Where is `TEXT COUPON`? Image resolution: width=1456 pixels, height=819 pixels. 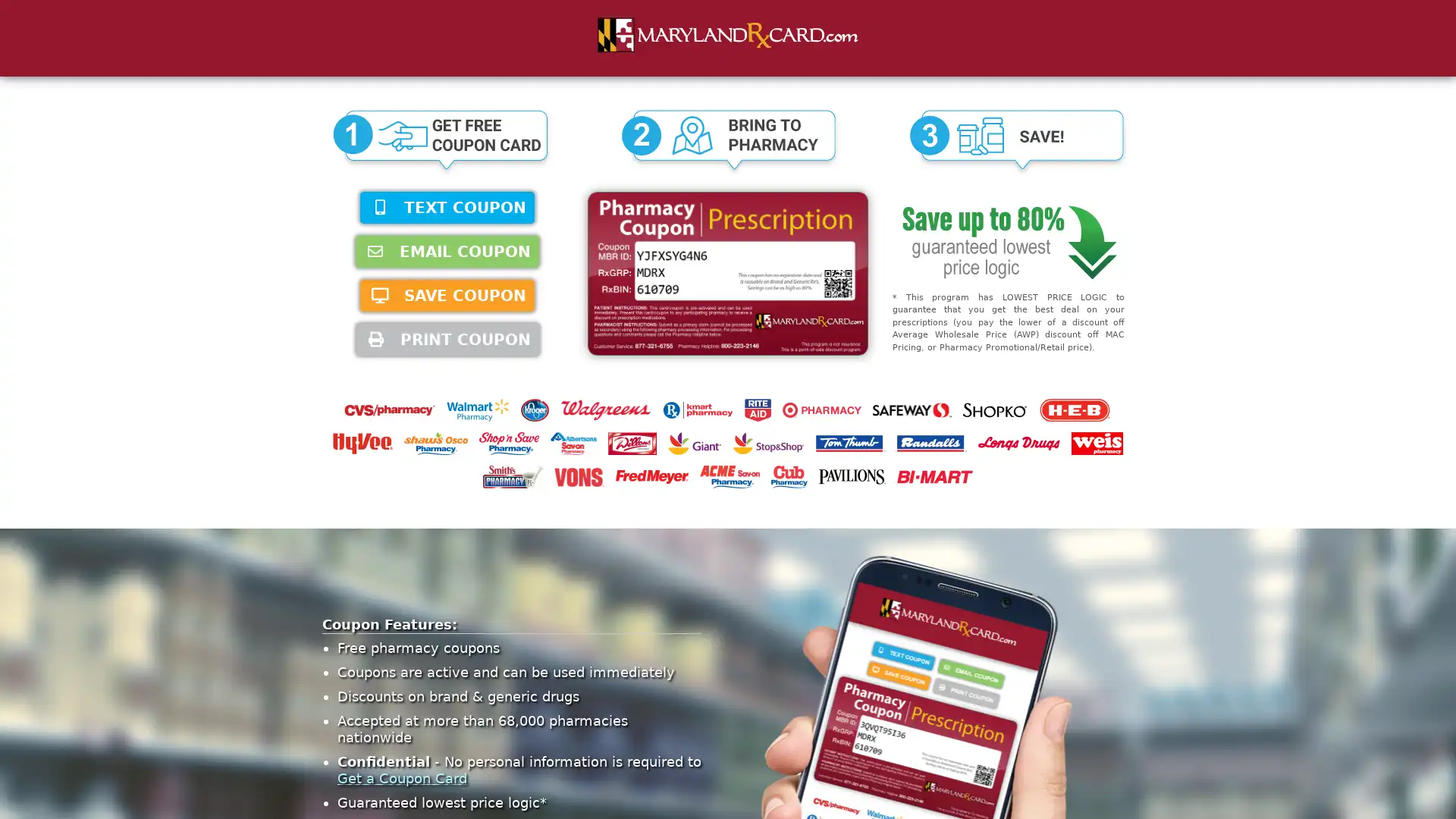 TEXT COUPON is located at coordinates (447, 207).